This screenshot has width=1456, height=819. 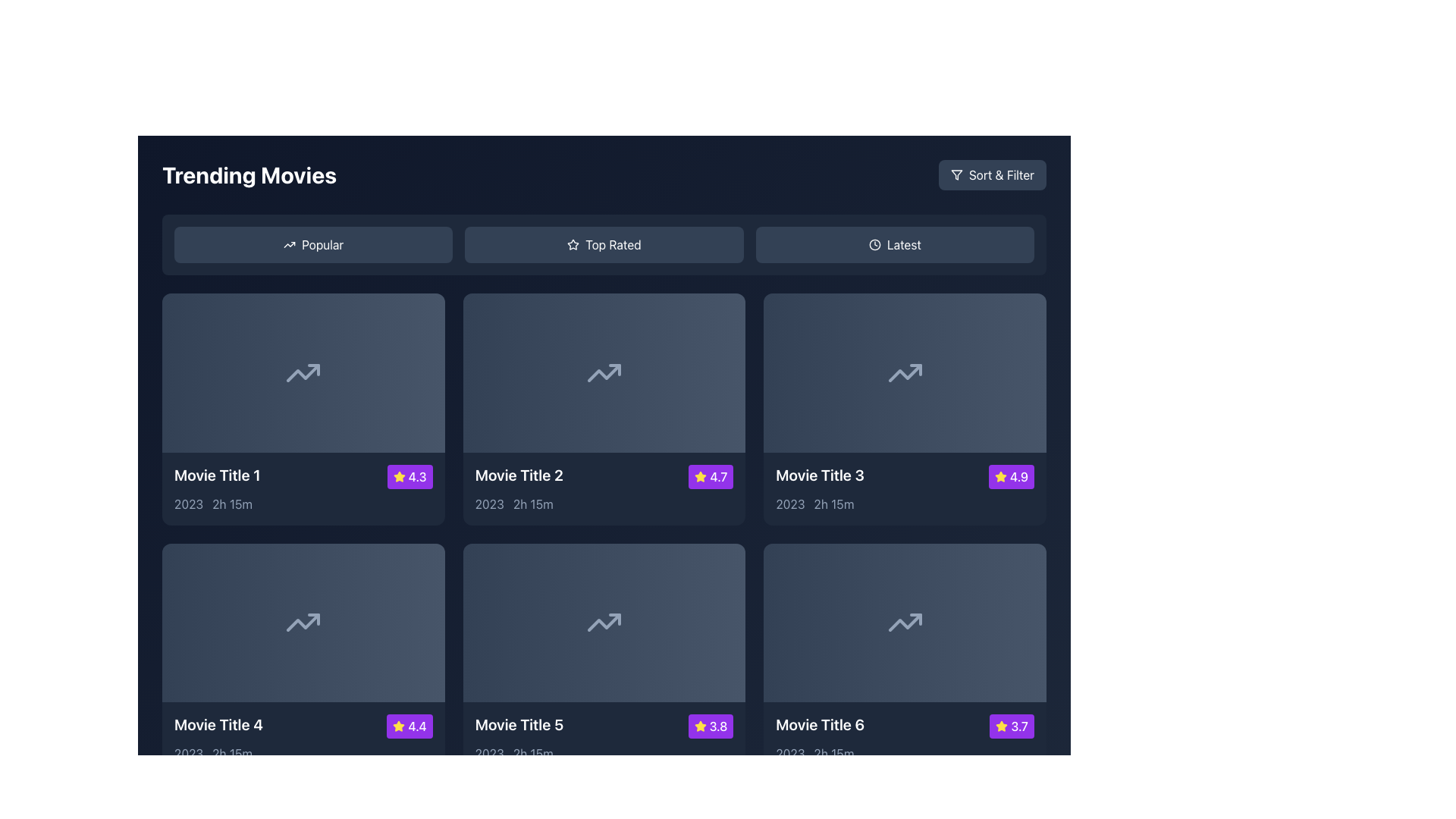 I want to click on the sorting and filtering button located at the top-right corner of the 'Trending Movies' section to observe the hover styling changes, so click(x=992, y=174).